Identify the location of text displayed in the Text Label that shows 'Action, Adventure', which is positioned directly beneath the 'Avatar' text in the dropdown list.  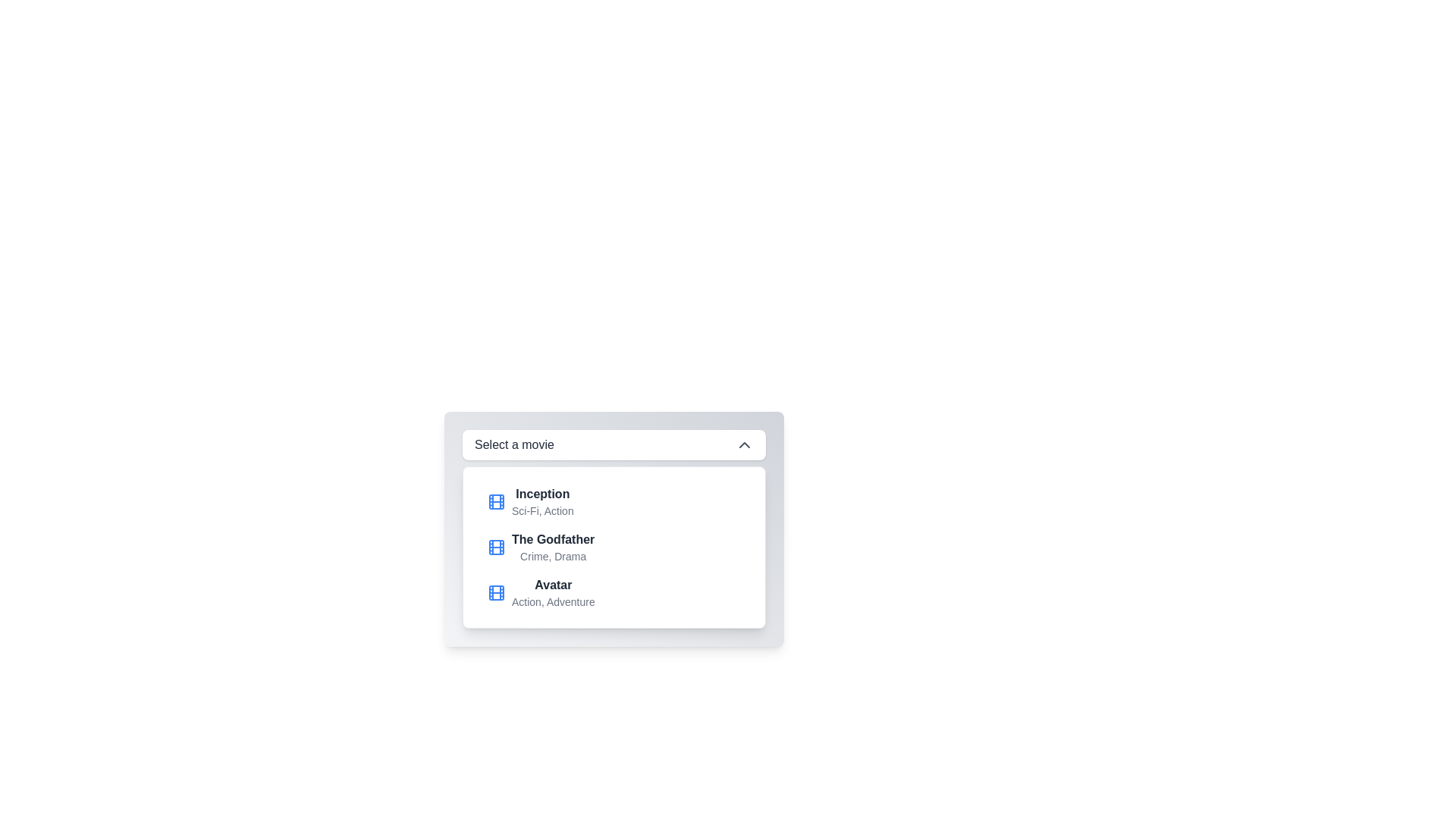
(552, 601).